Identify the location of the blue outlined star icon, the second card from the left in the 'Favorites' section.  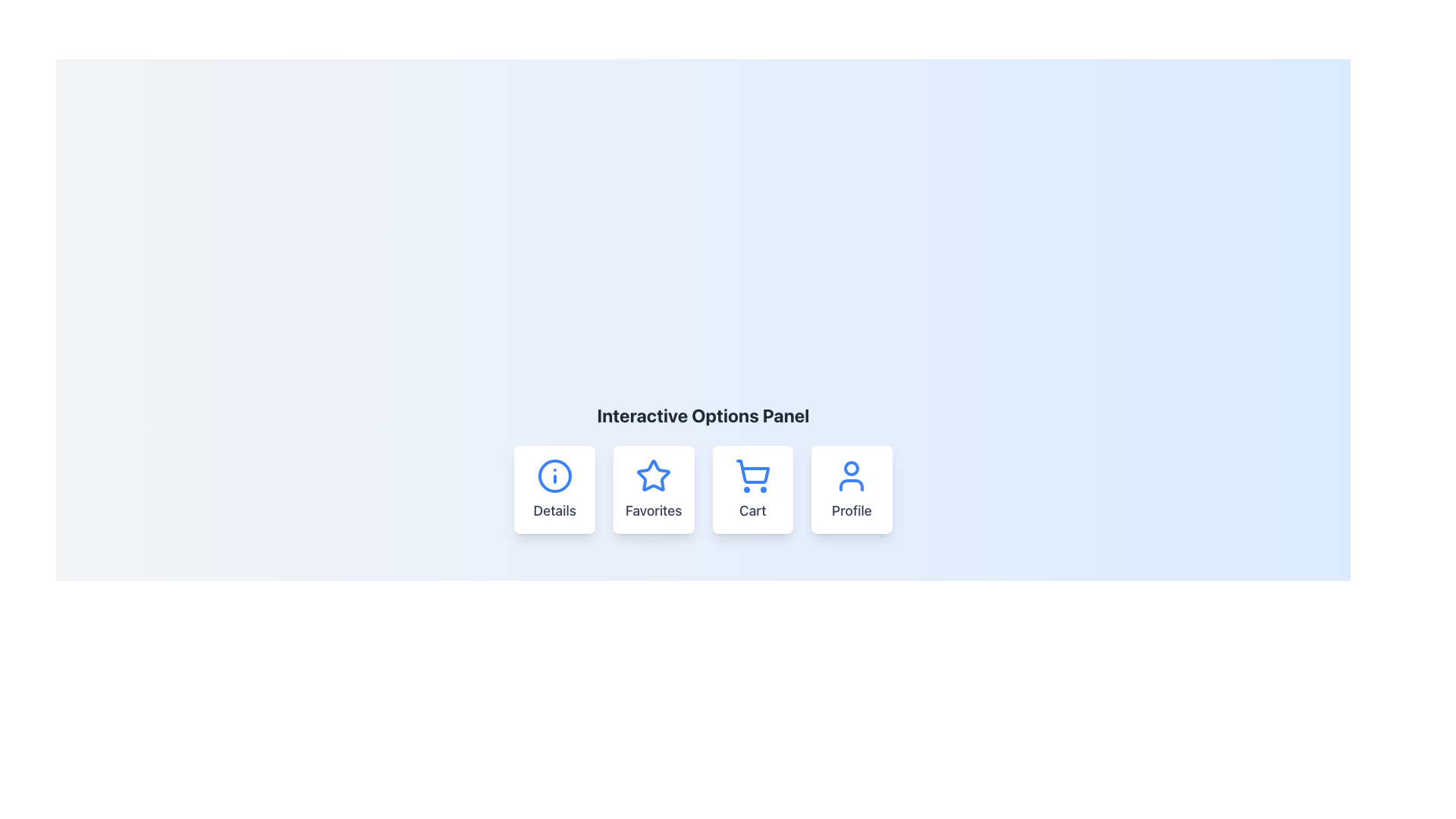
(654, 475).